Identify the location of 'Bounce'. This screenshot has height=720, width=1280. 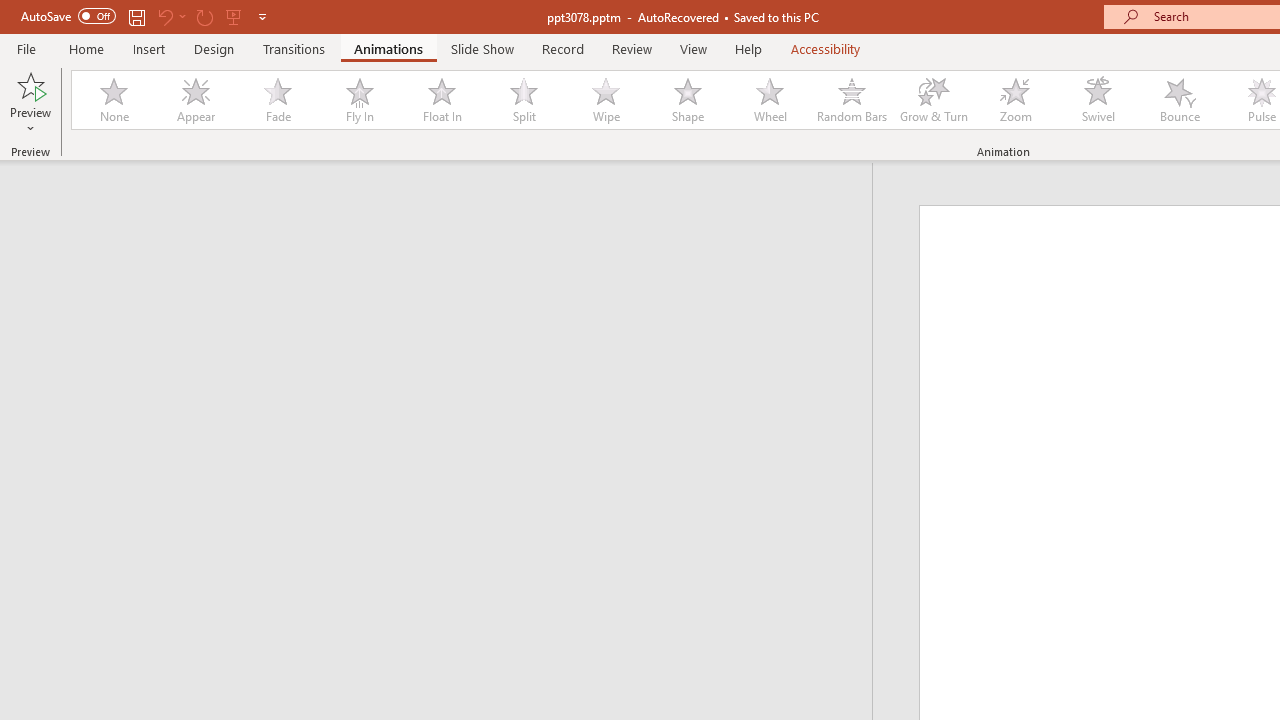
(1180, 100).